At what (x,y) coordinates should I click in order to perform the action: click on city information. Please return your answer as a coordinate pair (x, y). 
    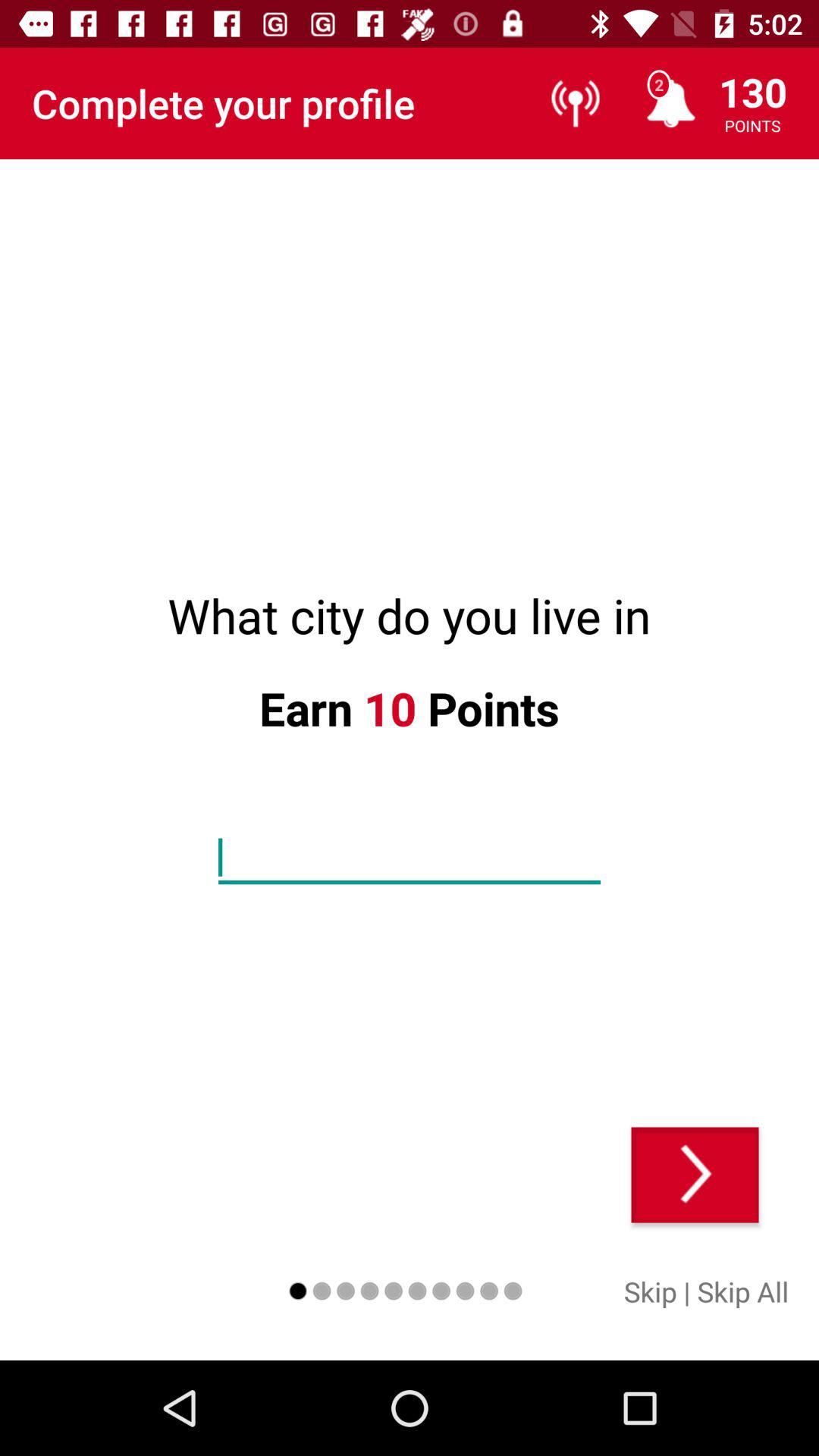
    Looking at the image, I should click on (409, 858).